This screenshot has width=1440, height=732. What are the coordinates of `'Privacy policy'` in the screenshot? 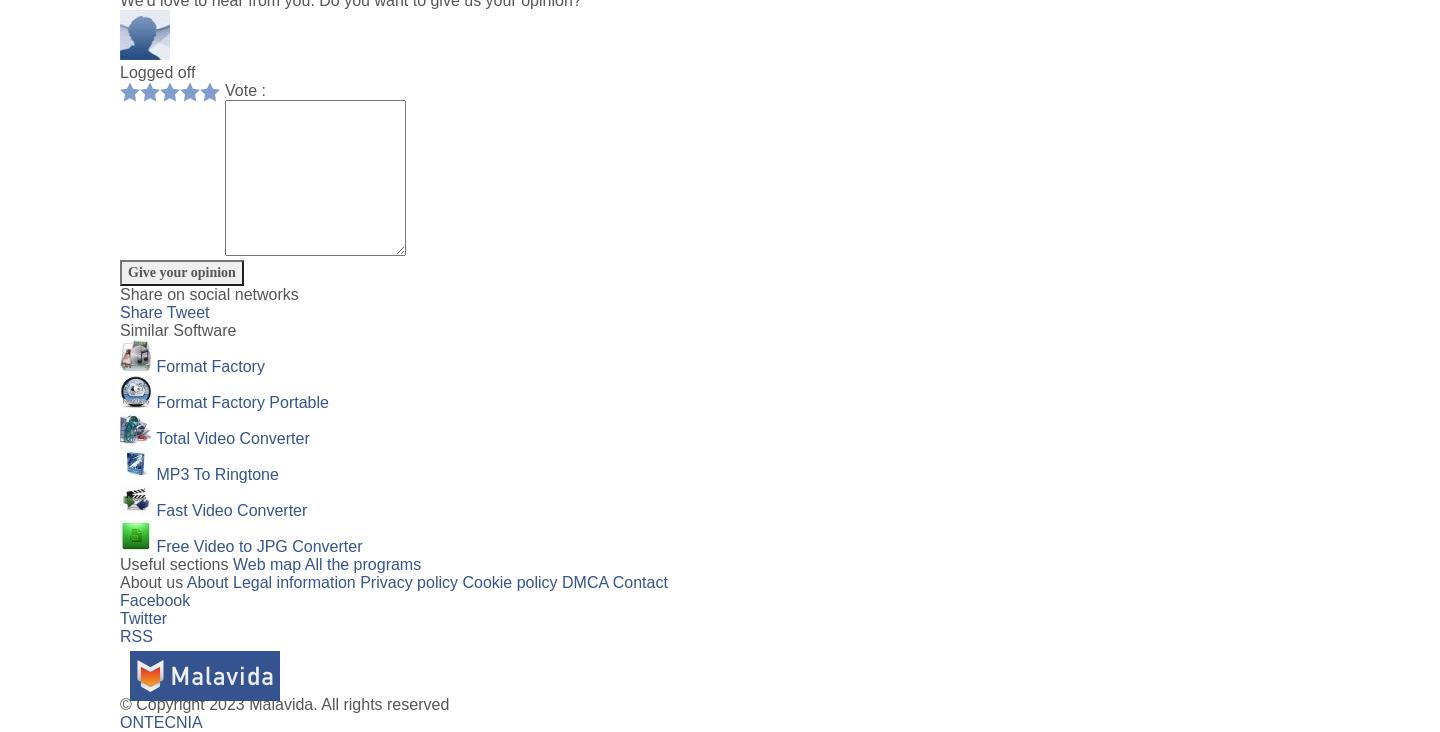 It's located at (407, 581).